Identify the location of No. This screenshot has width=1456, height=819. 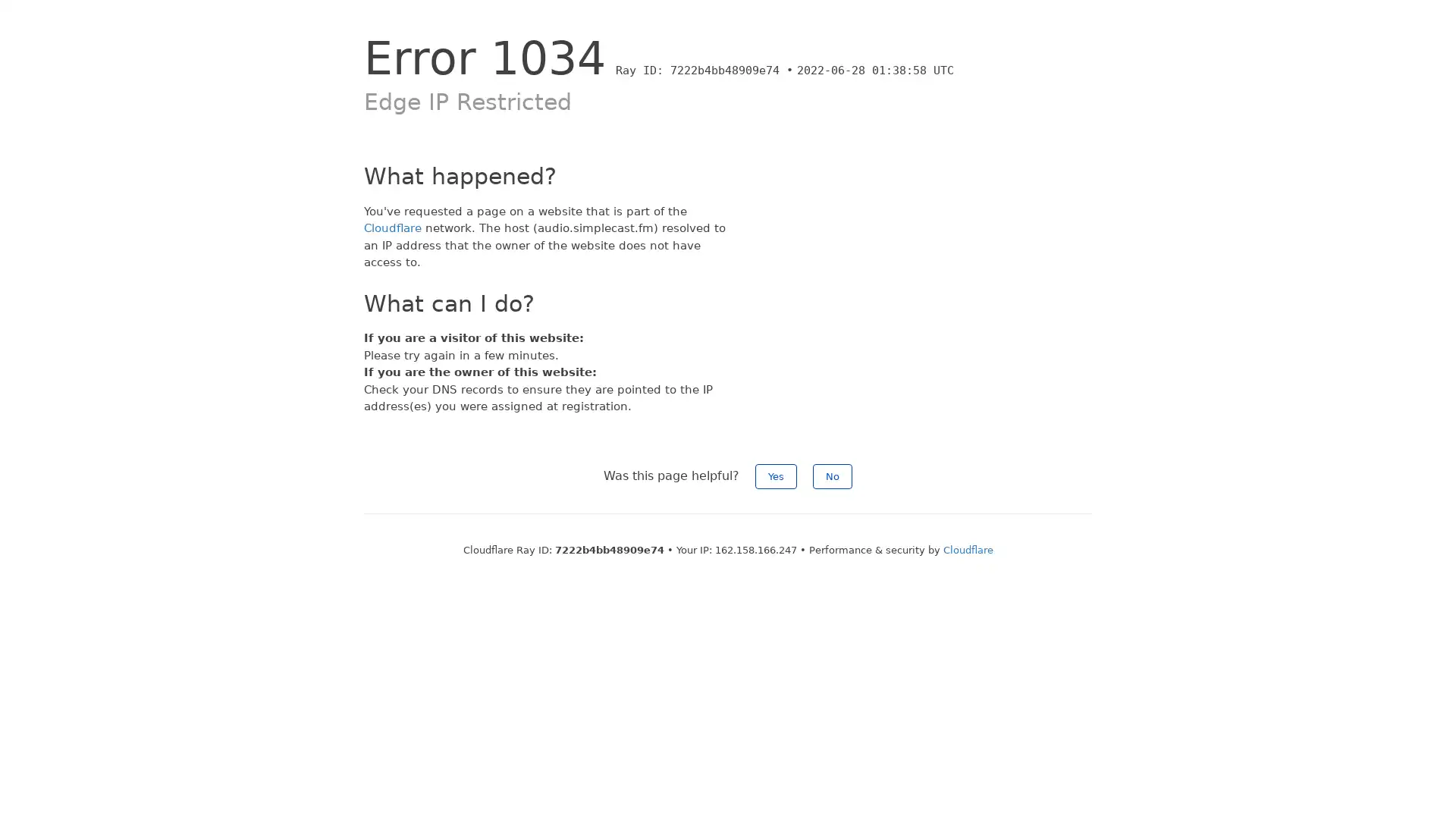
(832, 475).